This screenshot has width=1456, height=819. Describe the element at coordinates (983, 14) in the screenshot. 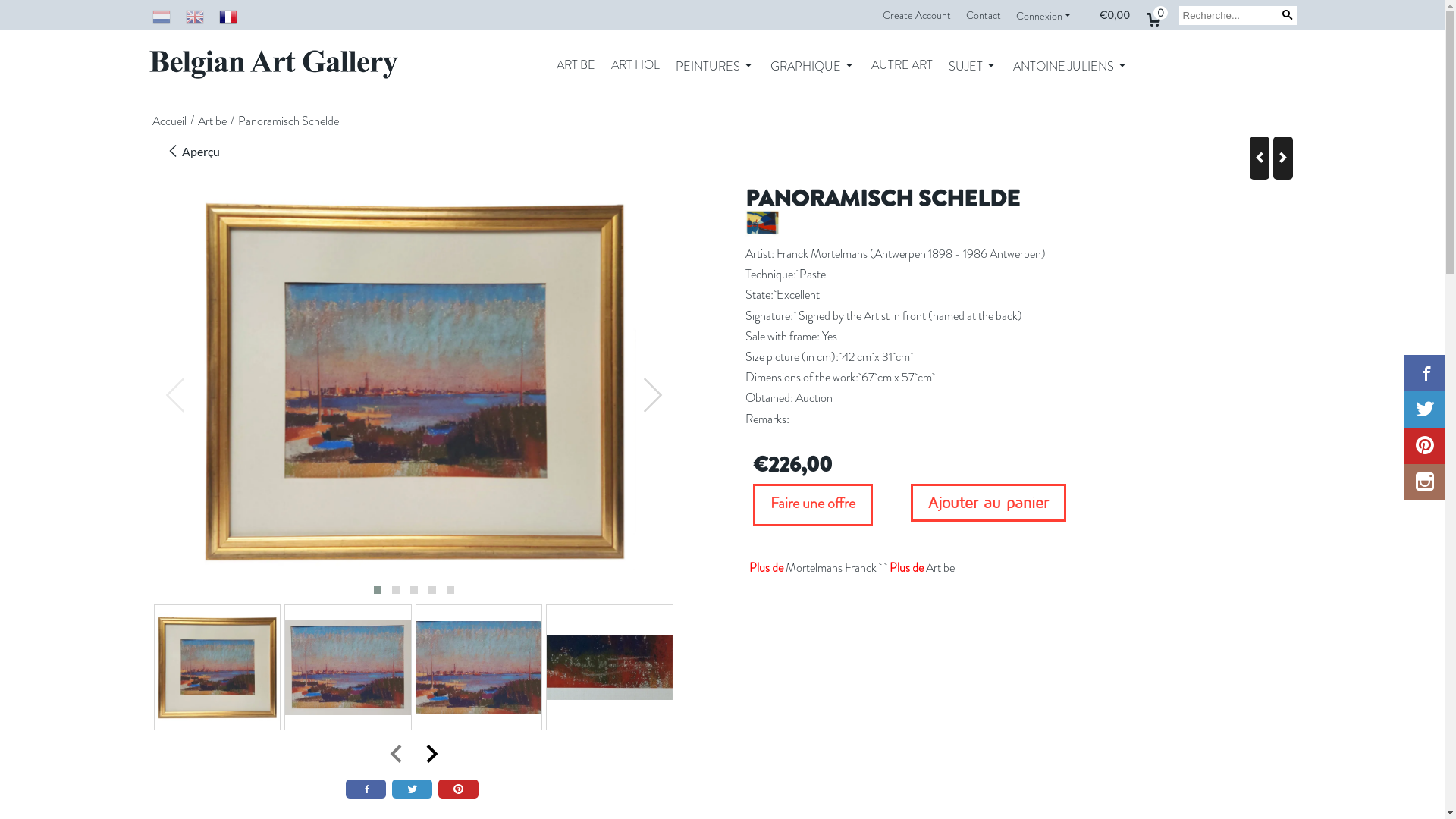

I see `'Contact'` at that location.